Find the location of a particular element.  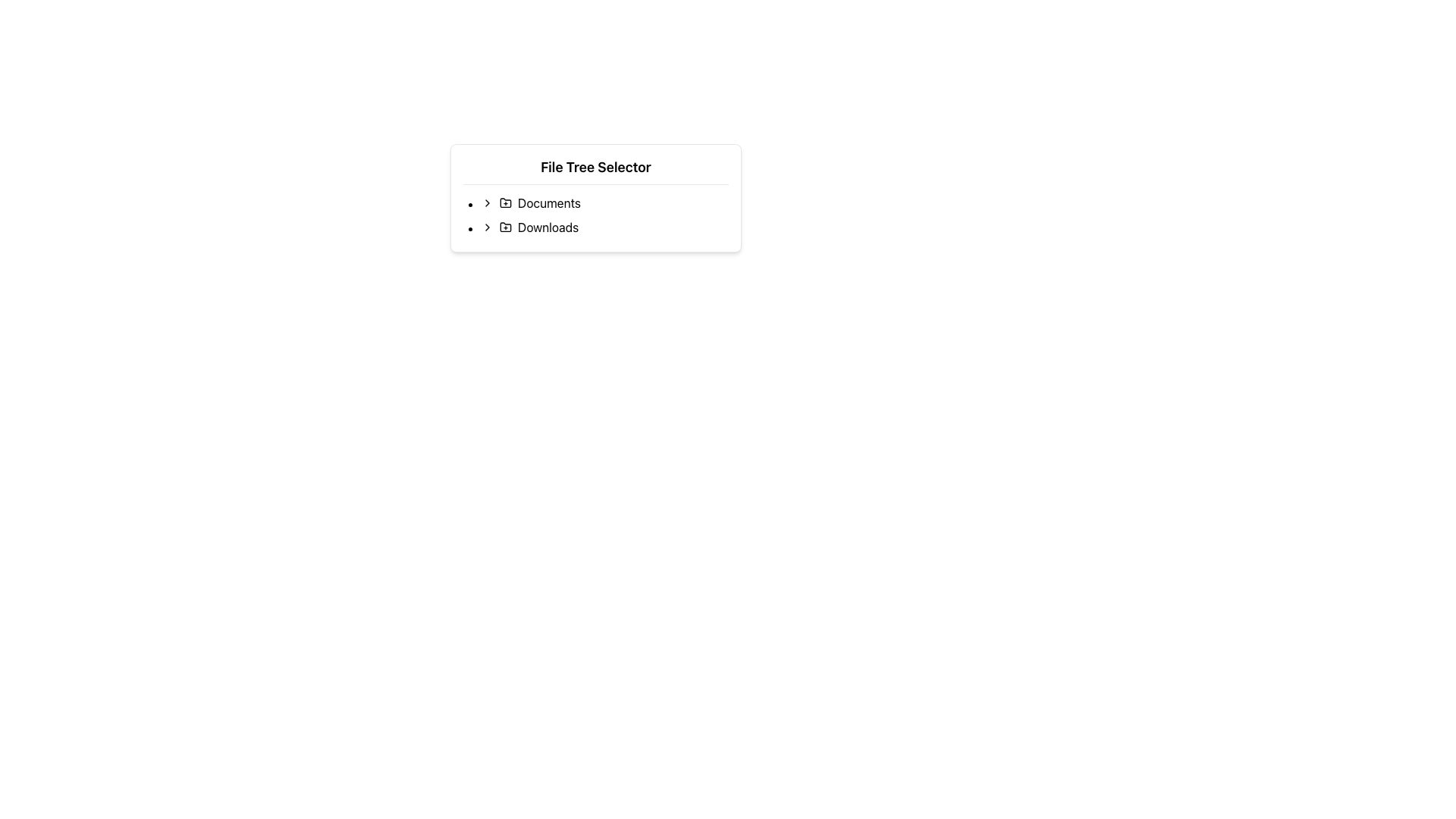

the graphical folder icon located next to the labeled text 'Downloads' in the file selector interface is located at coordinates (506, 227).